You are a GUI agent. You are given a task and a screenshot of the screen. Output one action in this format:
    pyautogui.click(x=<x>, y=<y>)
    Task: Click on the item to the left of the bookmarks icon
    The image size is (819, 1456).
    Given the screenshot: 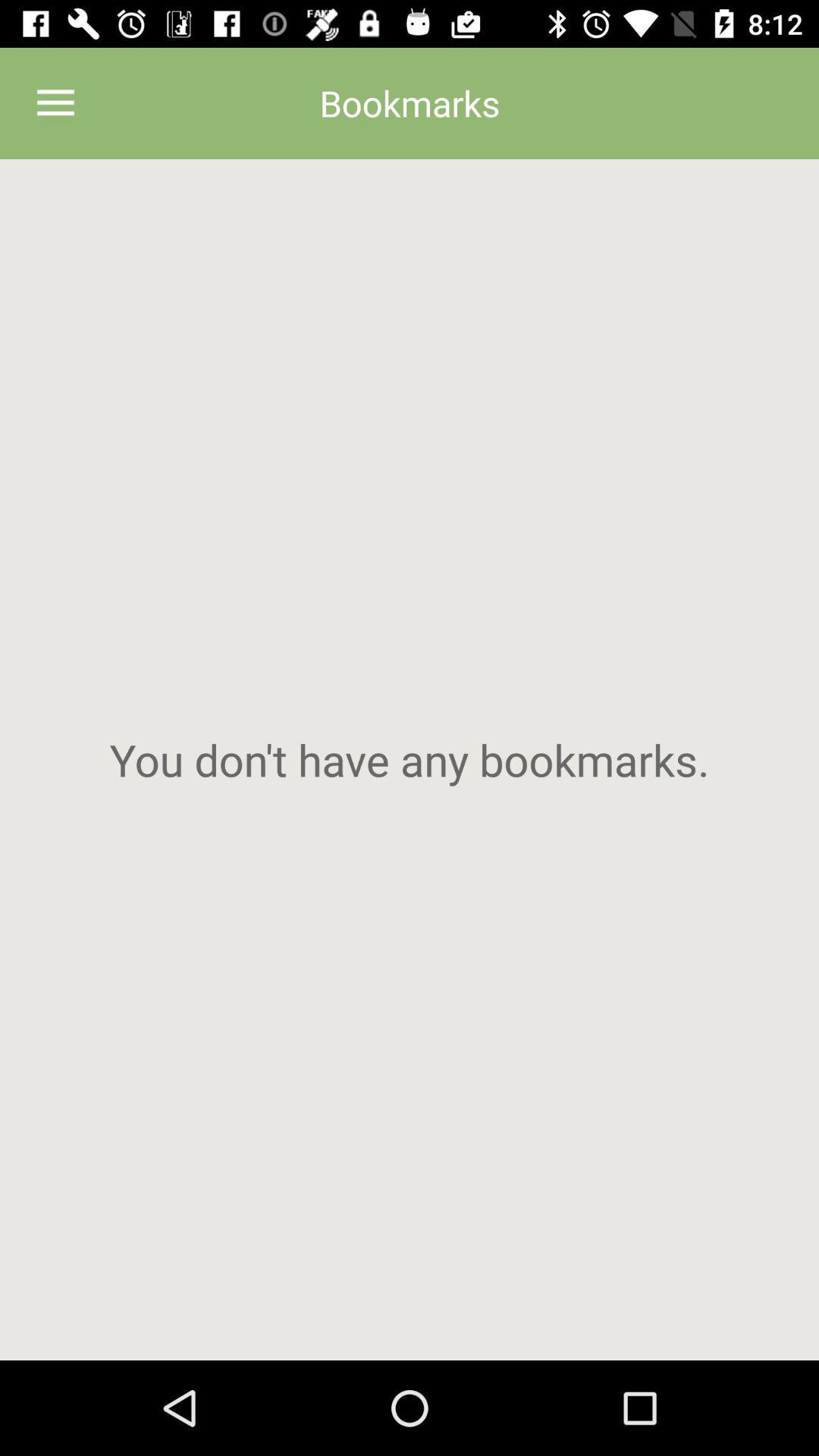 What is the action you would take?
    pyautogui.click(x=55, y=102)
    